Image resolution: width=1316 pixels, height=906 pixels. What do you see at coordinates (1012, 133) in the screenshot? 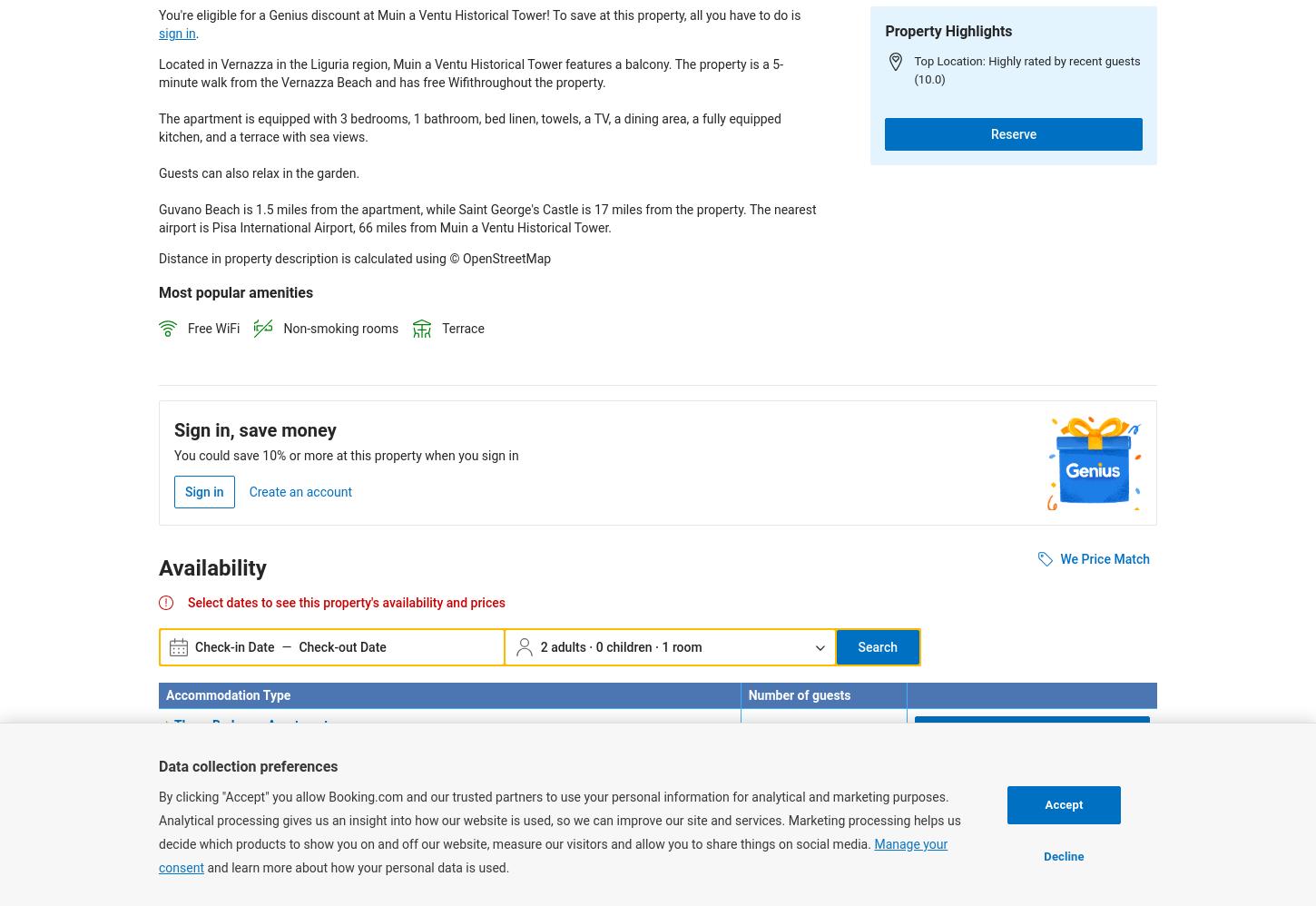
I see `'Reserve'` at bounding box center [1012, 133].